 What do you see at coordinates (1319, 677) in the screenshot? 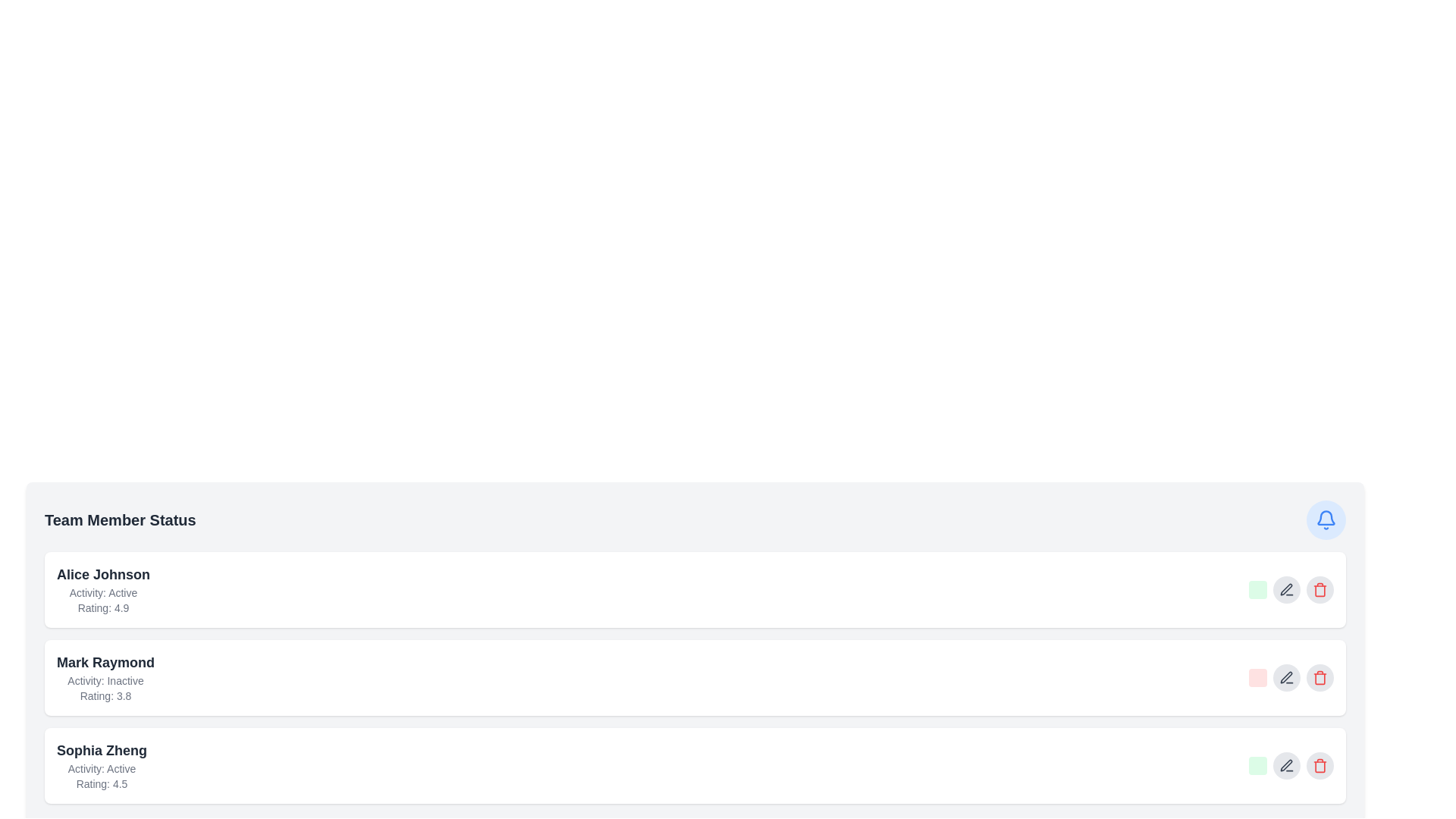
I see `the trash bin icon button located at the far right of the second row in the list of actions associated with the user named 'Mark Raymond'` at bounding box center [1319, 677].